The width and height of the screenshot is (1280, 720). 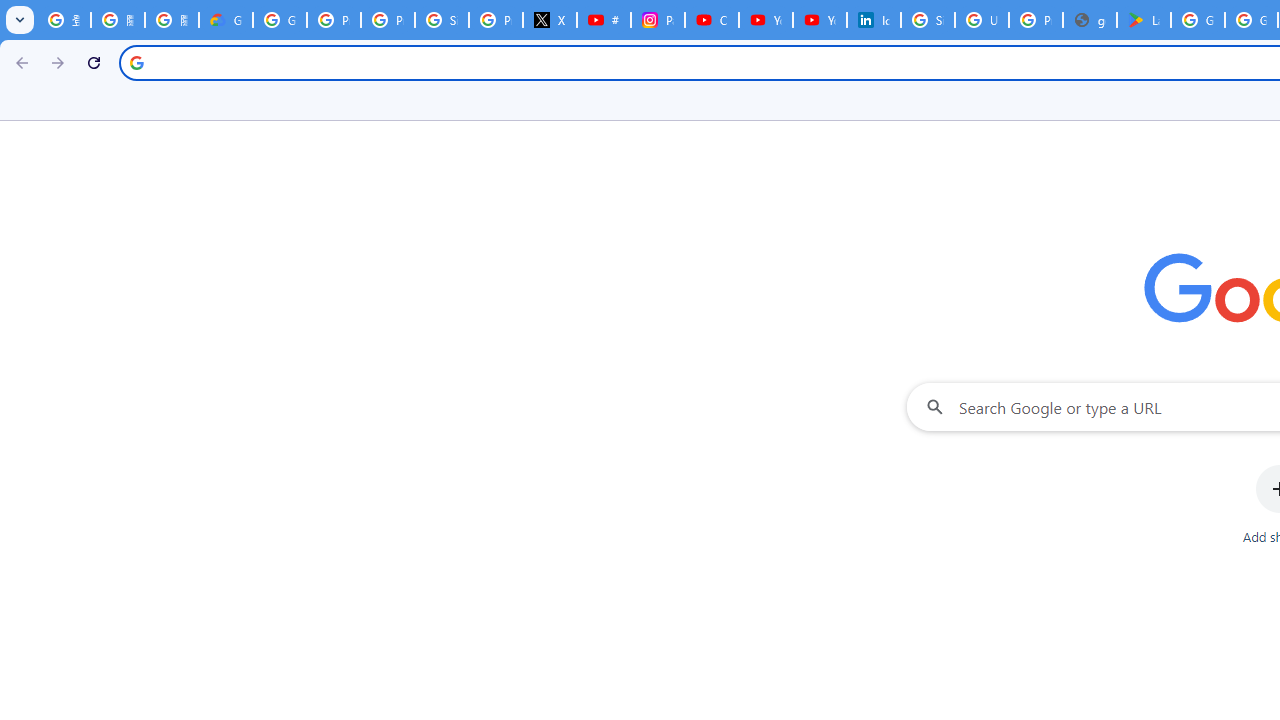 I want to click on 'Privacy Help Center - Policies Help', so click(x=387, y=20).